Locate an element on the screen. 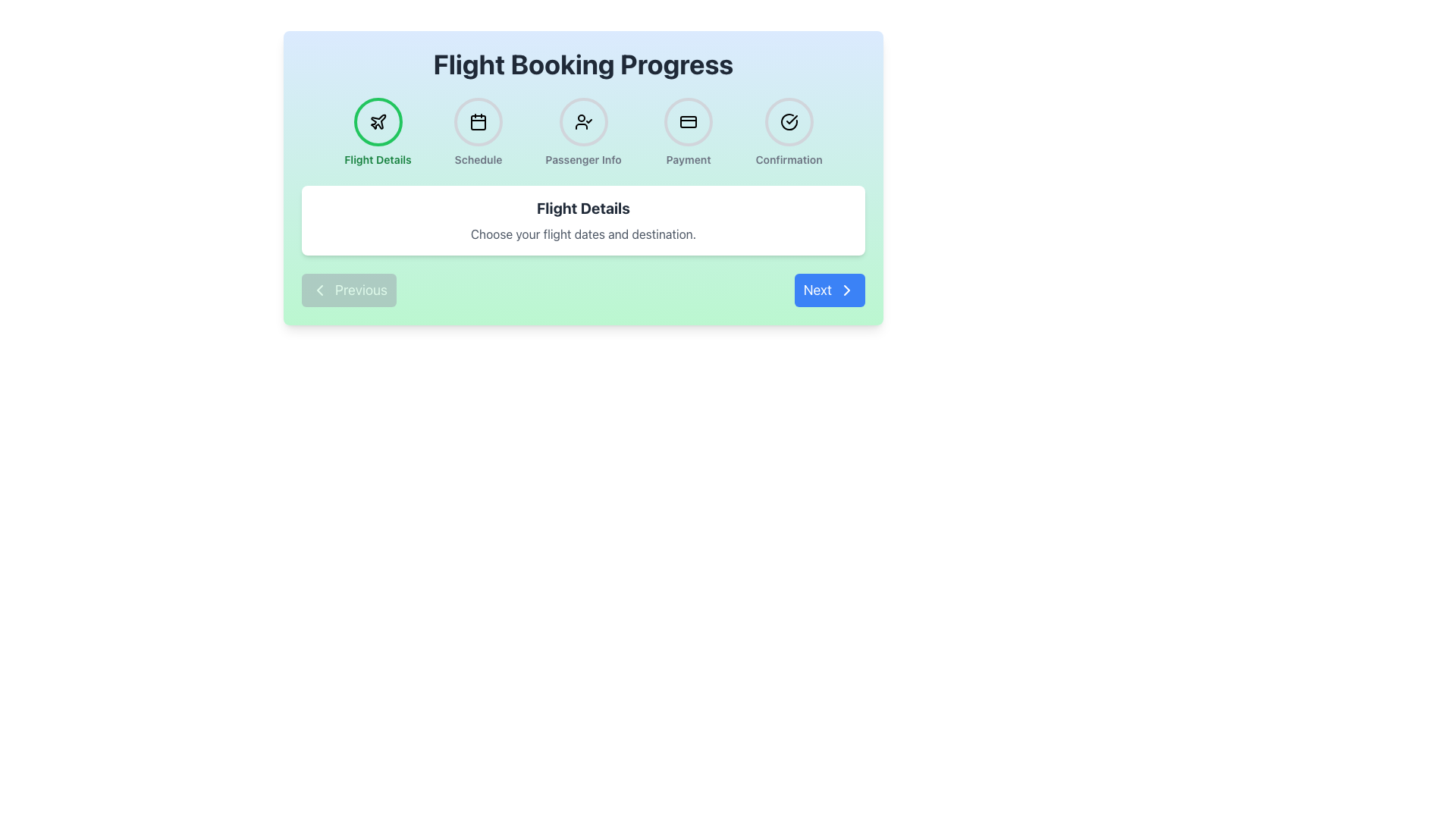 Image resolution: width=1456 pixels, height=819 pixels. SVG checkmark element that signifies the completion of the 'Confirmation' step in the progress tracker is located at coordinates (791, 119).